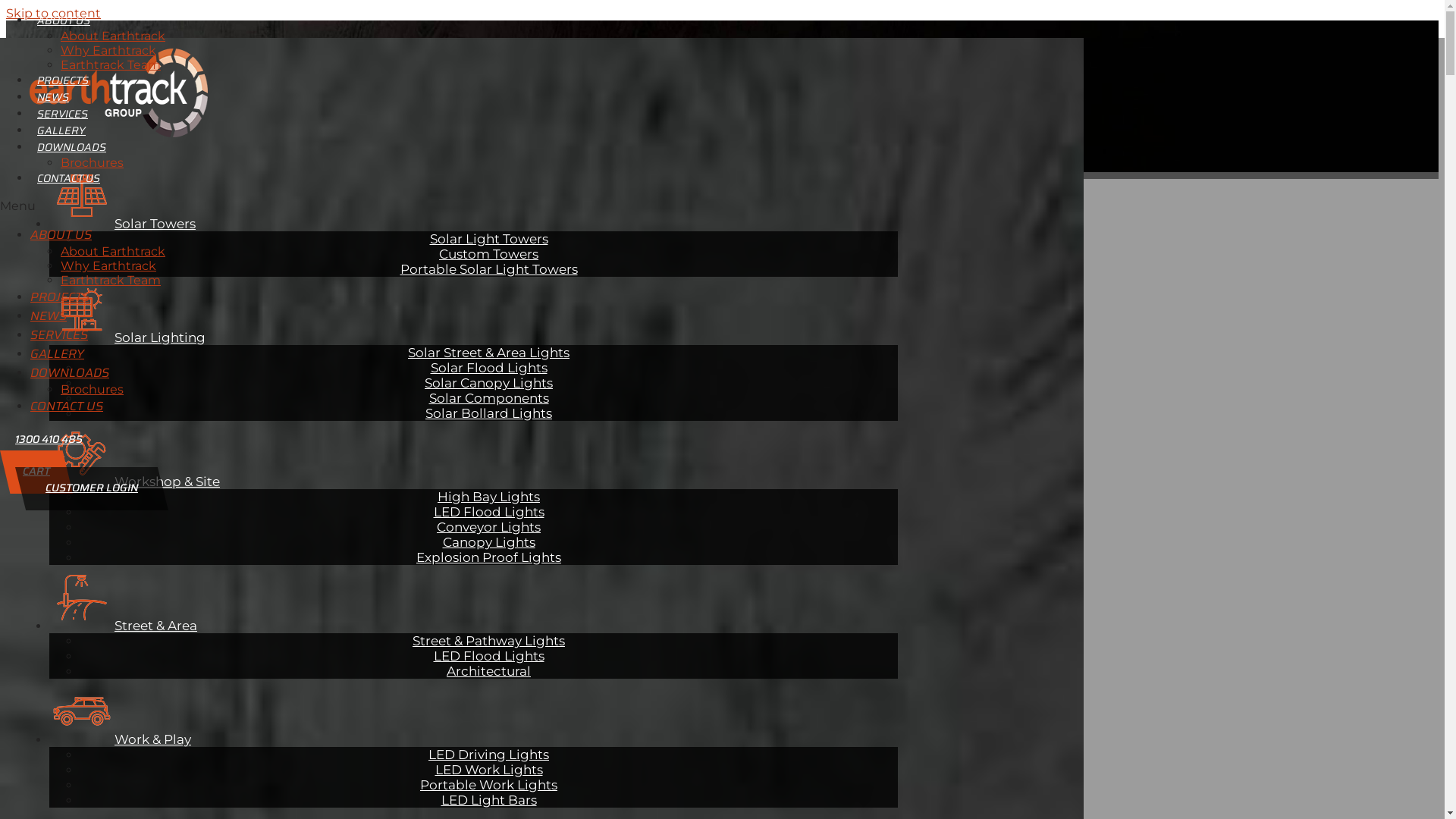 The image size is (1456, 819). What do you see at coordinates (488, 754) in the screenshot?
I see `'LED Driving Lights'` at bounding box center [488, 754].